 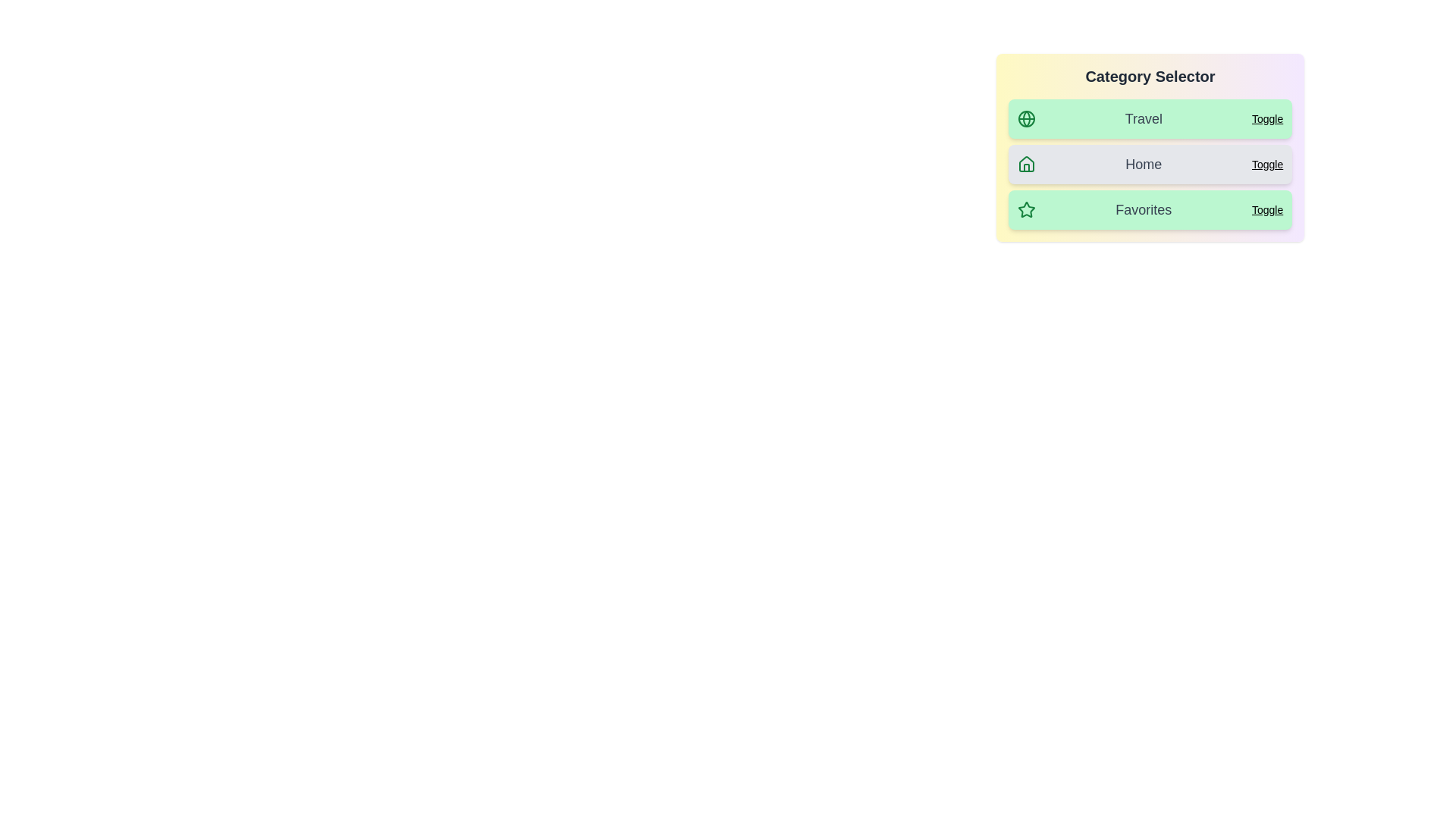 I want to click on the 'Toggle' button of the category item corresponding to Travel, so click(x=1267, y=118).